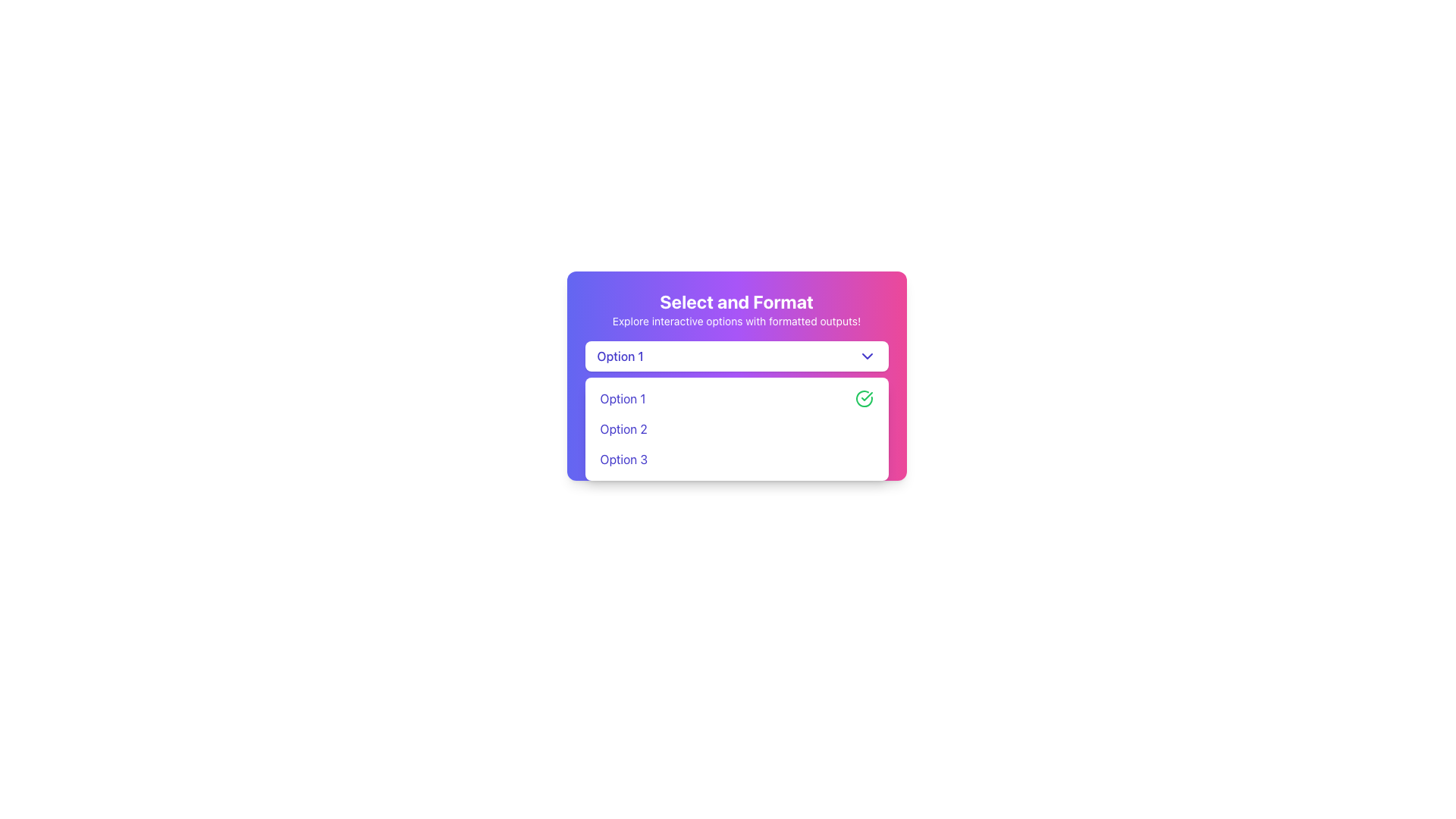  Describe the element at coordinates (864, 397) in the screenshot. I see `the SVG Icon indicating that 'Option 1' is selected in the dropdown menu, which is positioned to the right of the 'Option 1' label` at that location.